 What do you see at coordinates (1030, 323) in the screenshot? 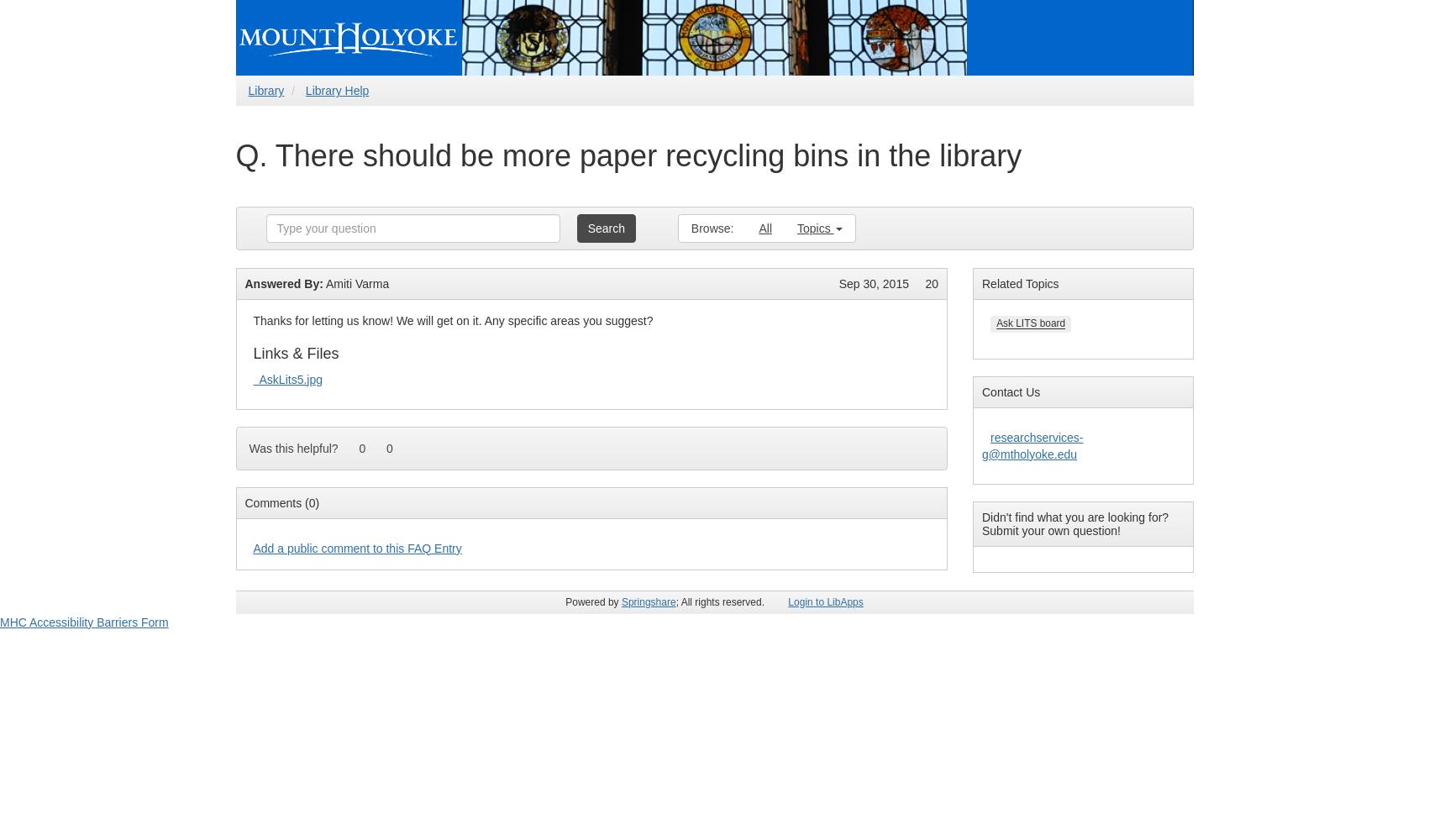
I see `'Ask LITS board'` at bounding box center [1030, 323].